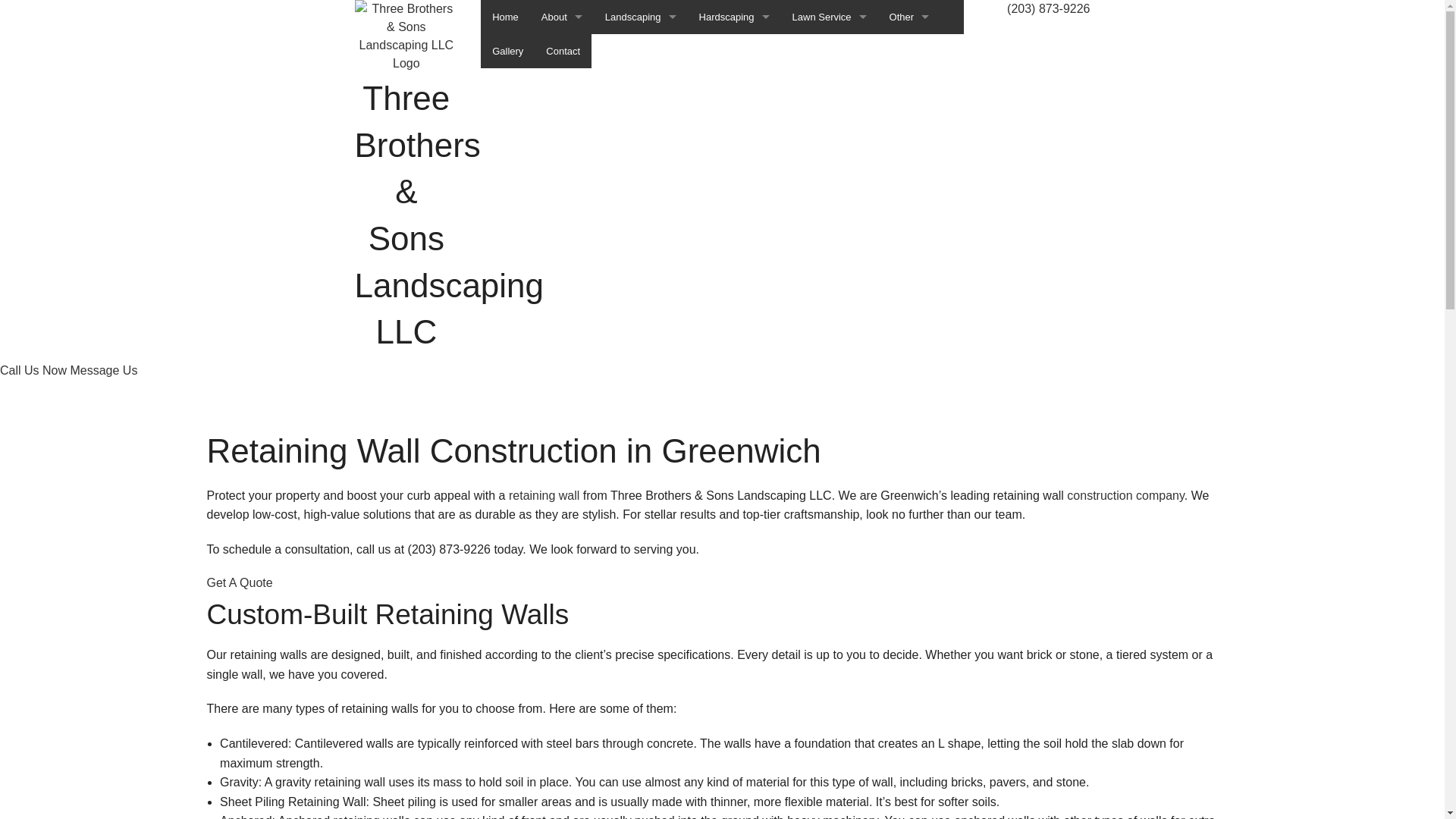  I want to click on 'Leaf Removal', so click(909, 563).